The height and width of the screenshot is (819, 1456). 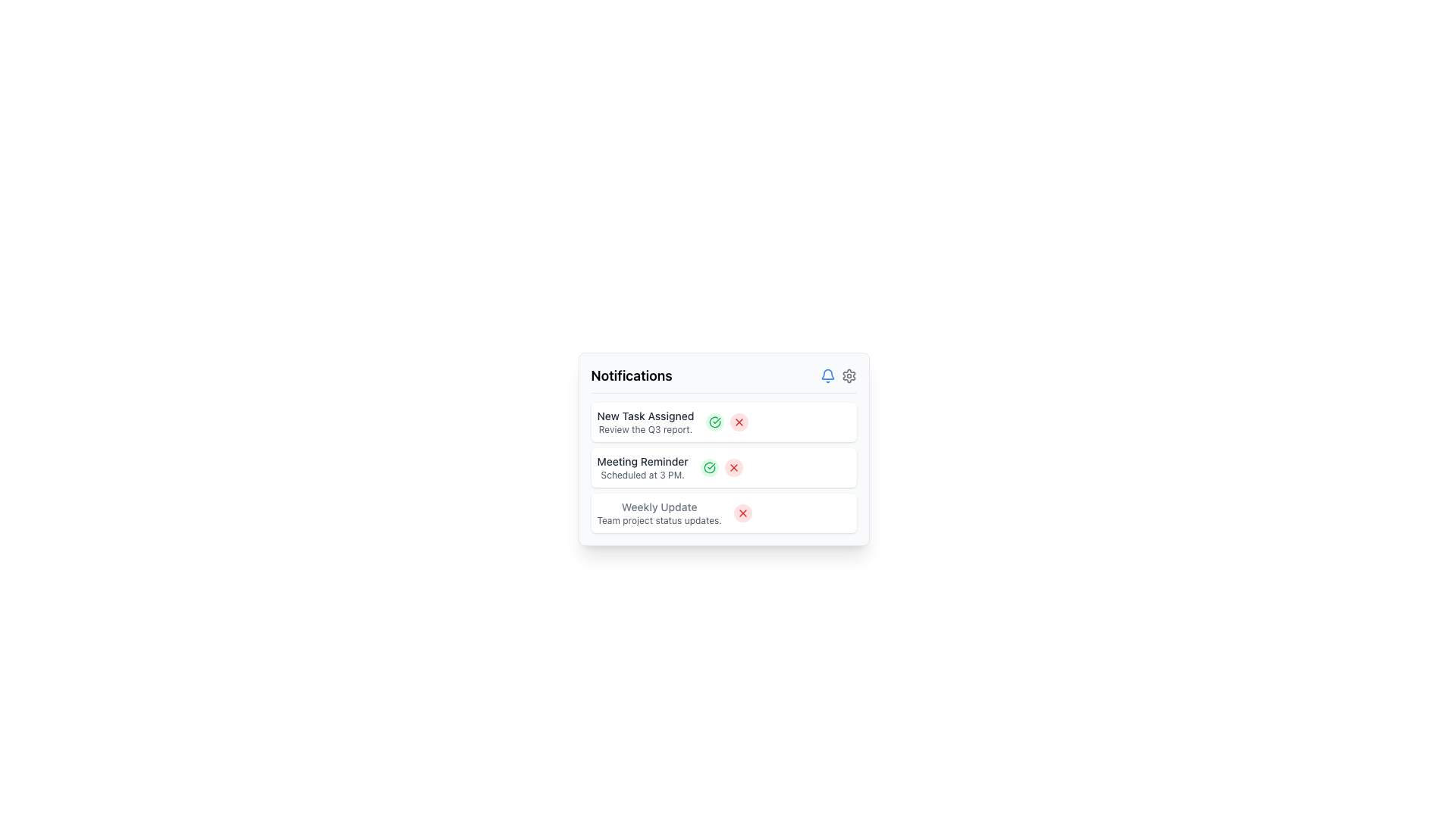 What do you see at coordinates (733, 467) in the screenshot?
I see `the circular delete button with a light red background and 'X' icon, located in the 'Meeting Reminder' notifications list` at bounding box center [733, 467].